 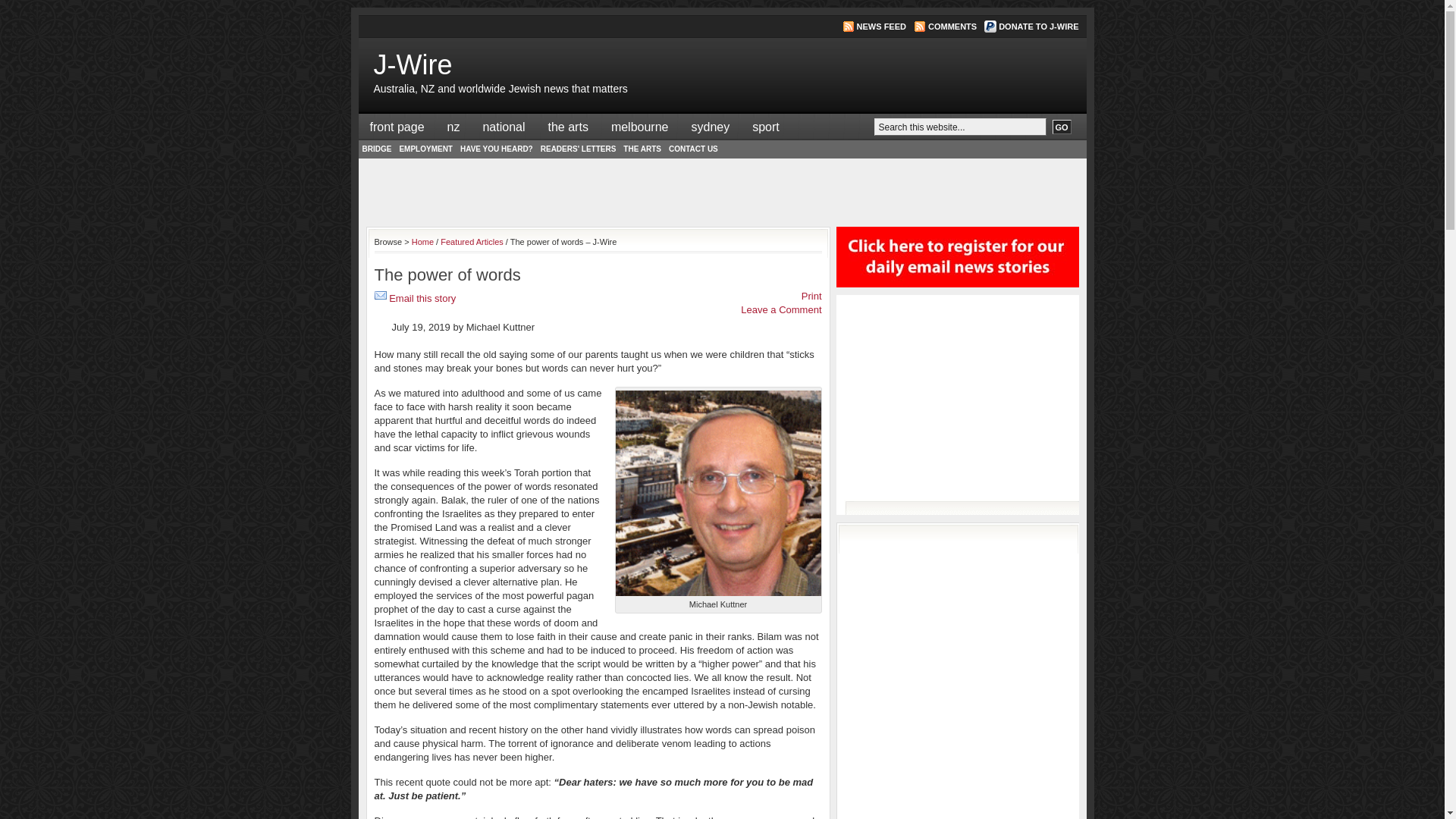 What do you see at coordinates (389, 298) in the screenshot?
I see `'Email this story'` at bounding box center [389, 298].